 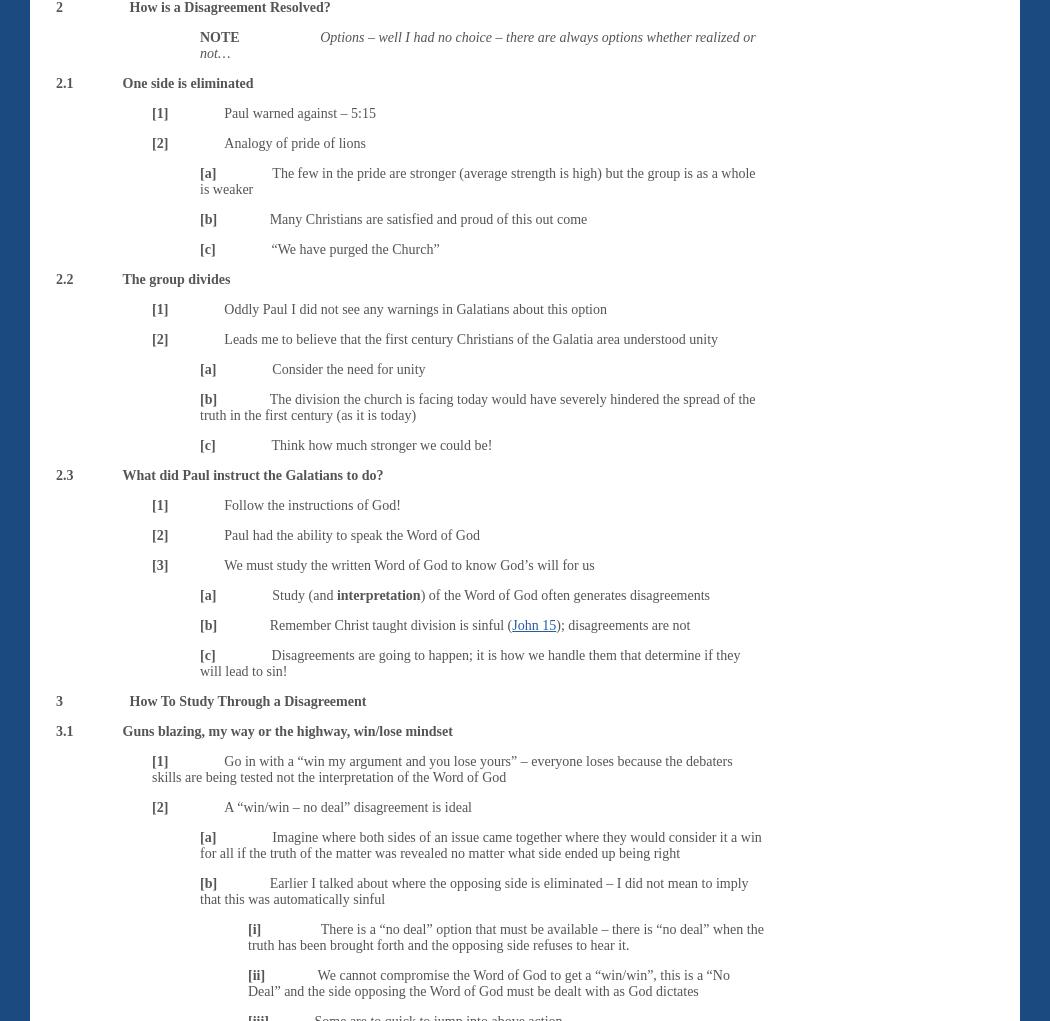 What do you see at coordinates (303, 594) in the screenshot?
I see `'Study (and'` at bounding box center [303, 594].